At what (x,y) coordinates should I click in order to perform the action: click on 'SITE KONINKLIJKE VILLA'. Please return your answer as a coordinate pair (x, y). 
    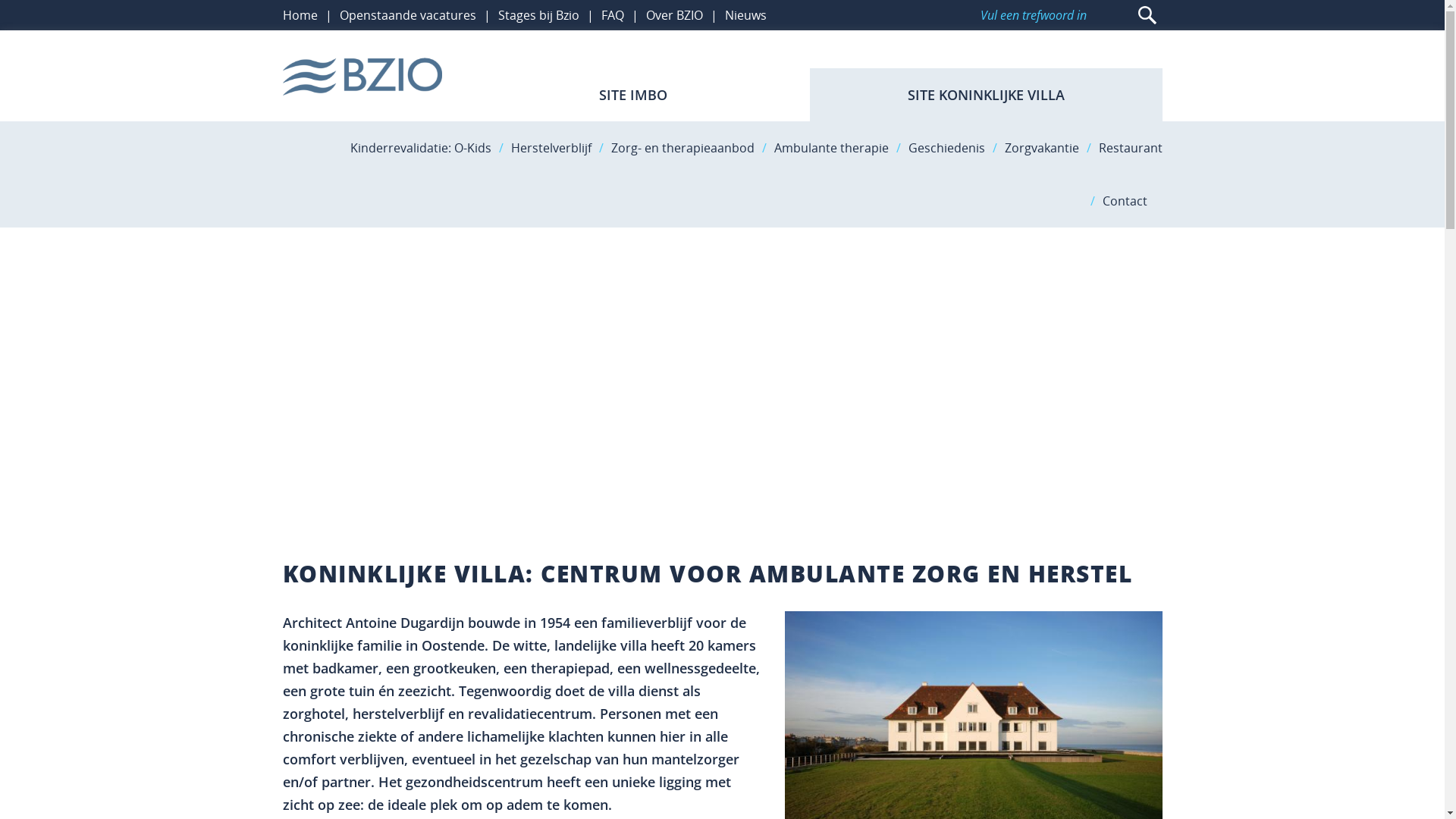
    Looking at the image, I should click on (986, 94).